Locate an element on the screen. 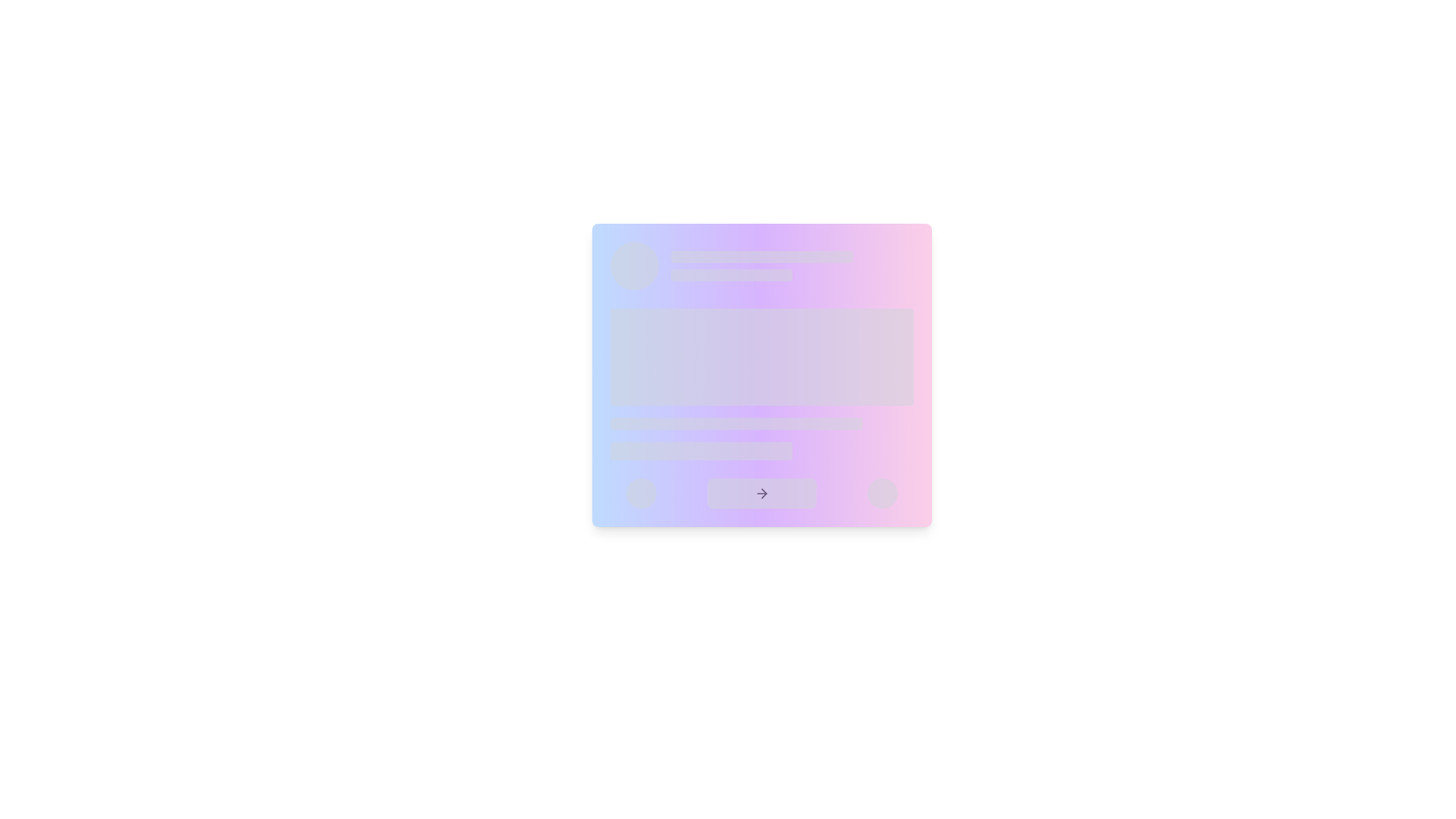 This screenshot has height=819, width=1456. the circular gray button located in the bottom-right corner of the interface is located at coordinates (882, 494).